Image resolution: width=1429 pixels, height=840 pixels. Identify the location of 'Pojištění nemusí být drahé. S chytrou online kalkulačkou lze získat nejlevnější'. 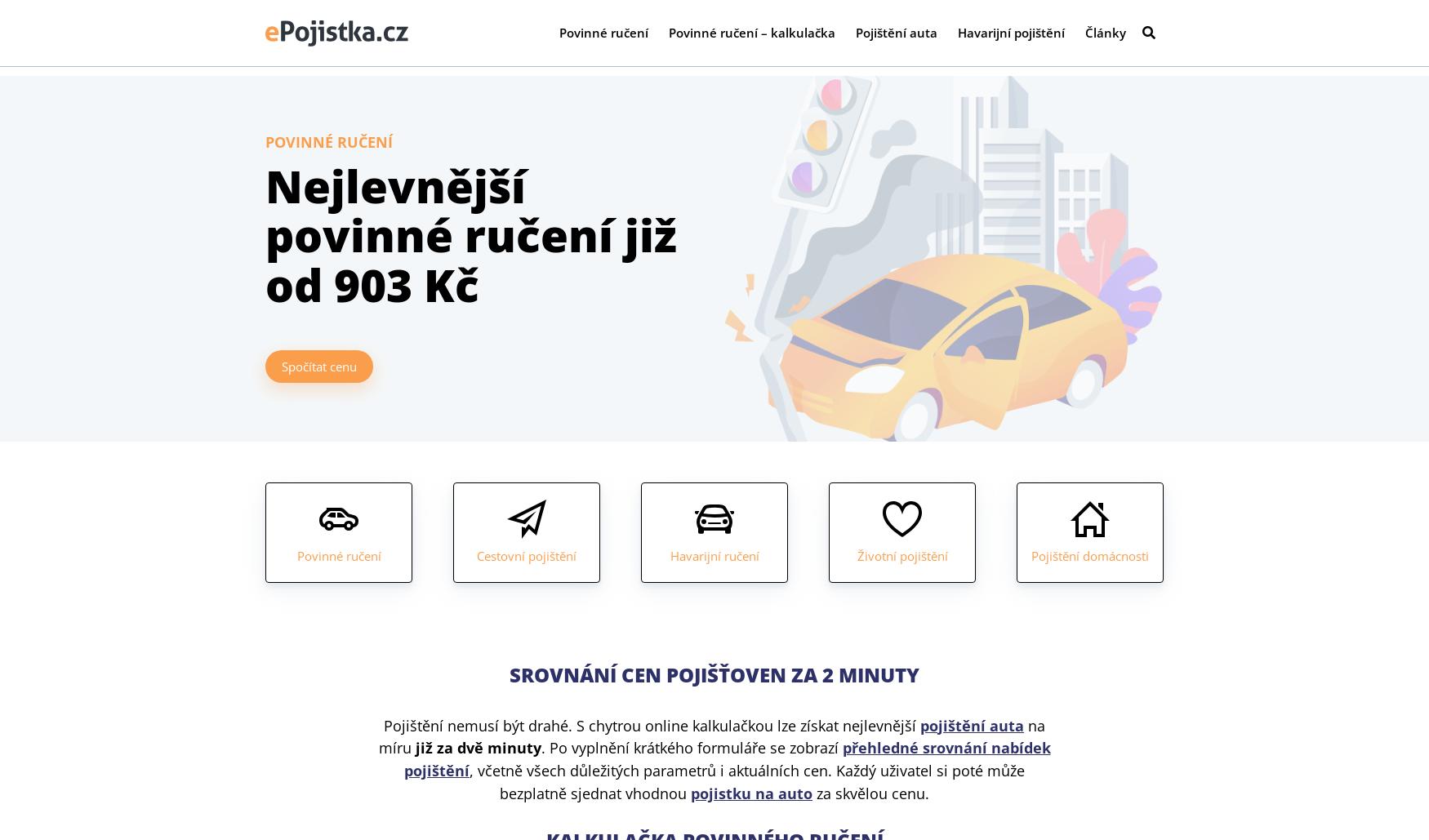
(651, 725).